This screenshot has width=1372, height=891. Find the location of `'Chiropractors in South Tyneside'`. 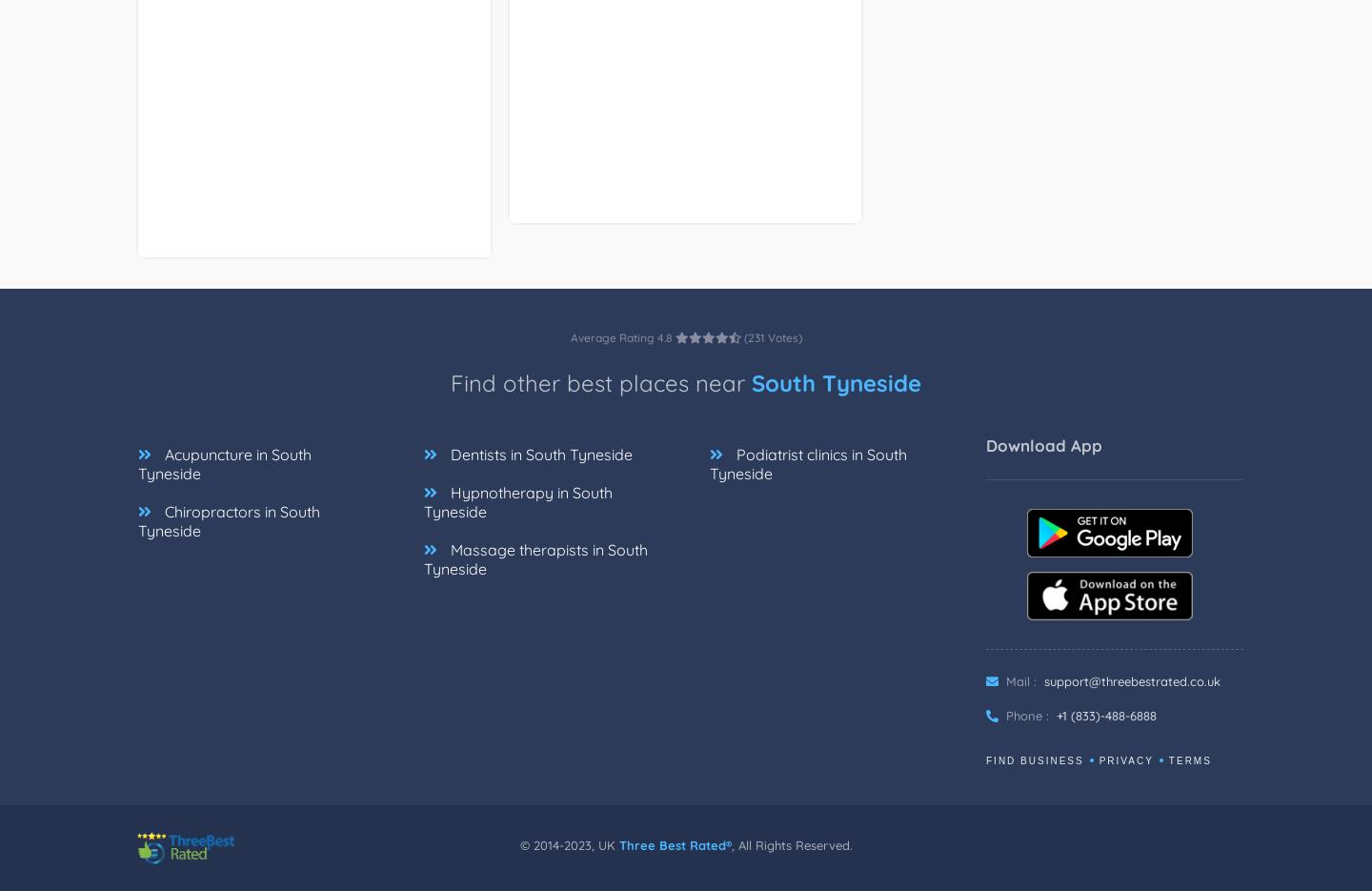

'Chiropractors in South Tyneside' is located at coordinates (229, 519).